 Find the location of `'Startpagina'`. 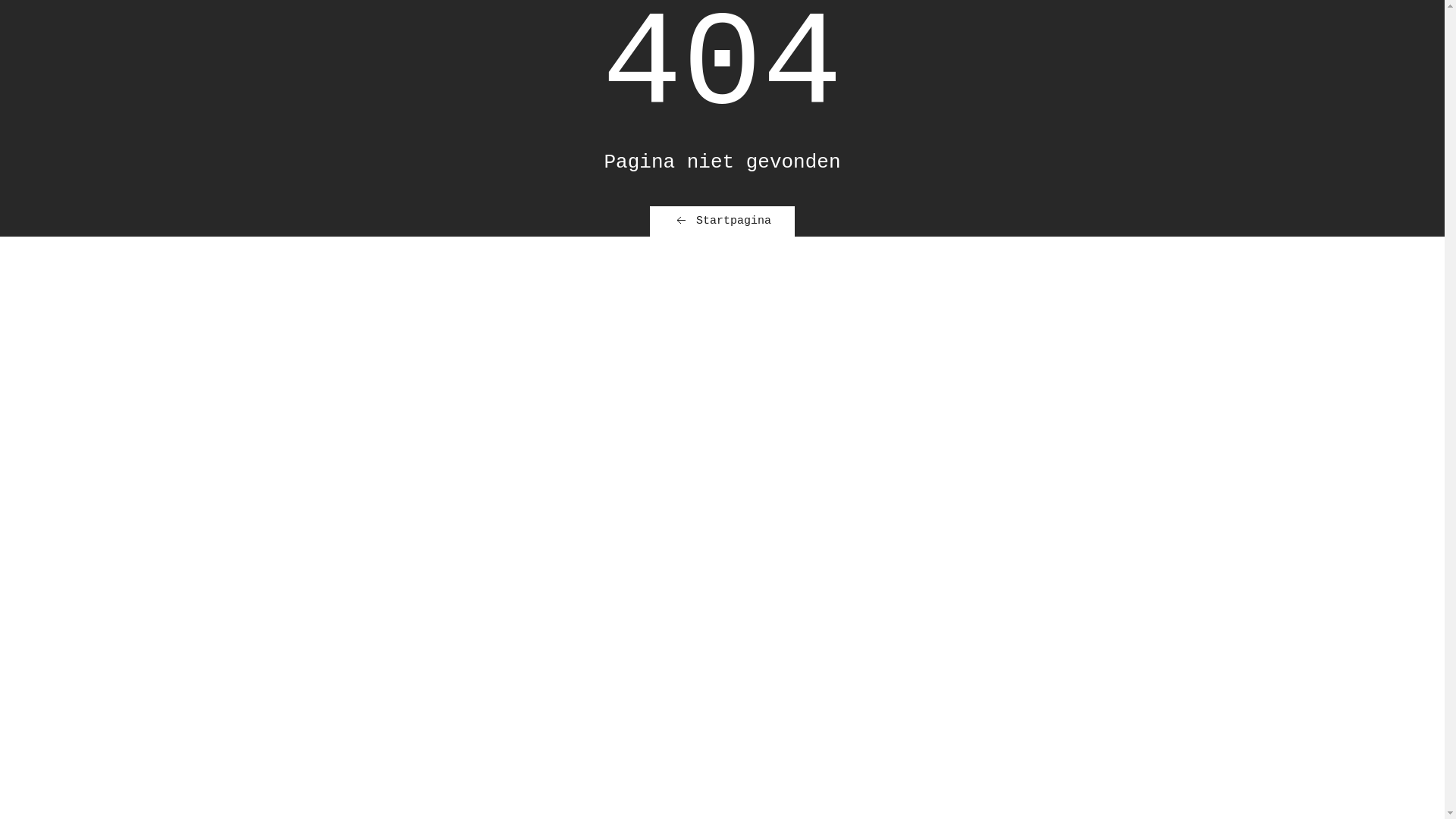

'Startpagina' is located at coordinates (650, 221).